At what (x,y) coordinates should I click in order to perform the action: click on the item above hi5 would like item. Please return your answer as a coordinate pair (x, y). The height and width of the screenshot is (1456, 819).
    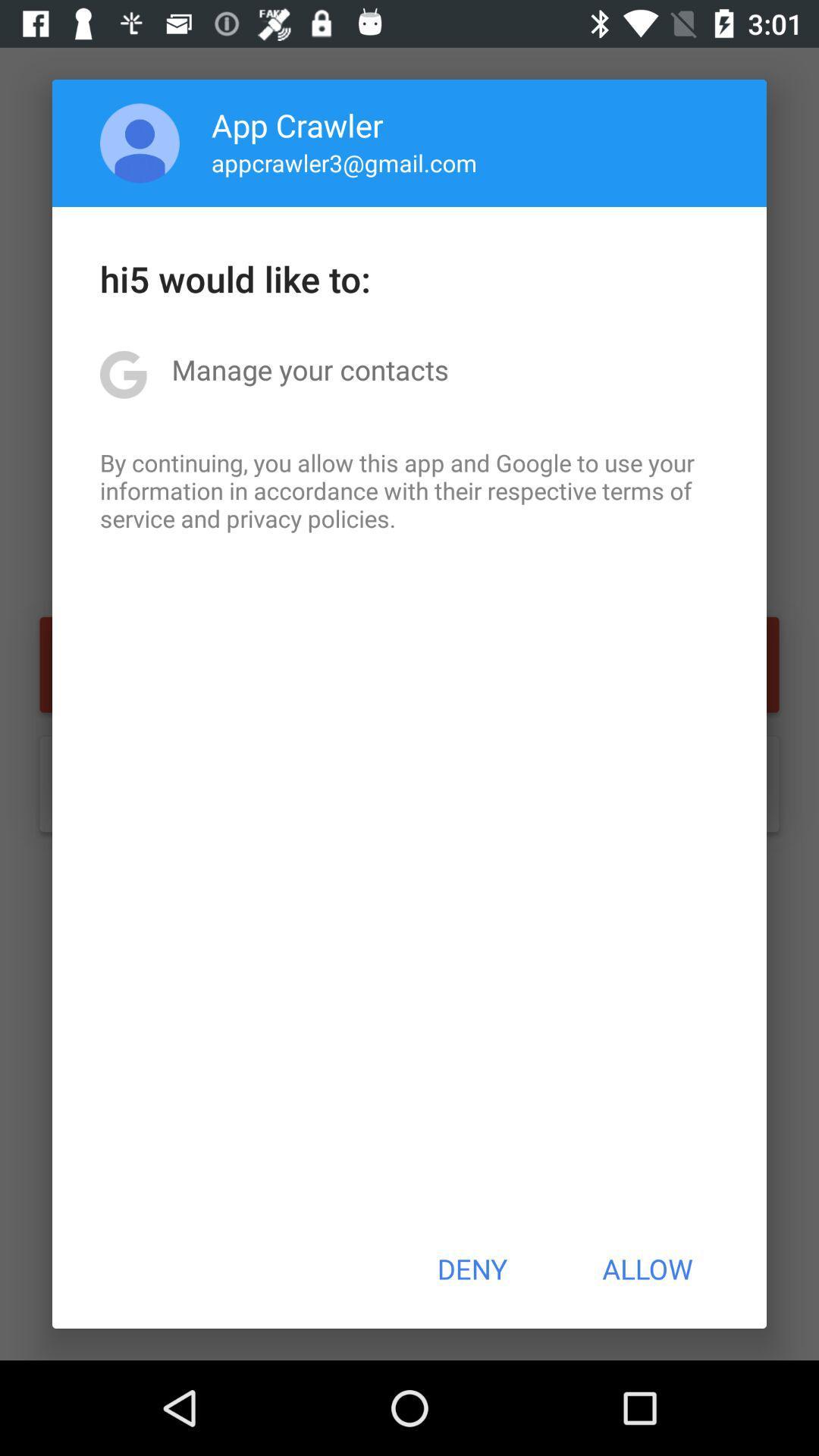
    Looking at the image, I should click on (344, 162).